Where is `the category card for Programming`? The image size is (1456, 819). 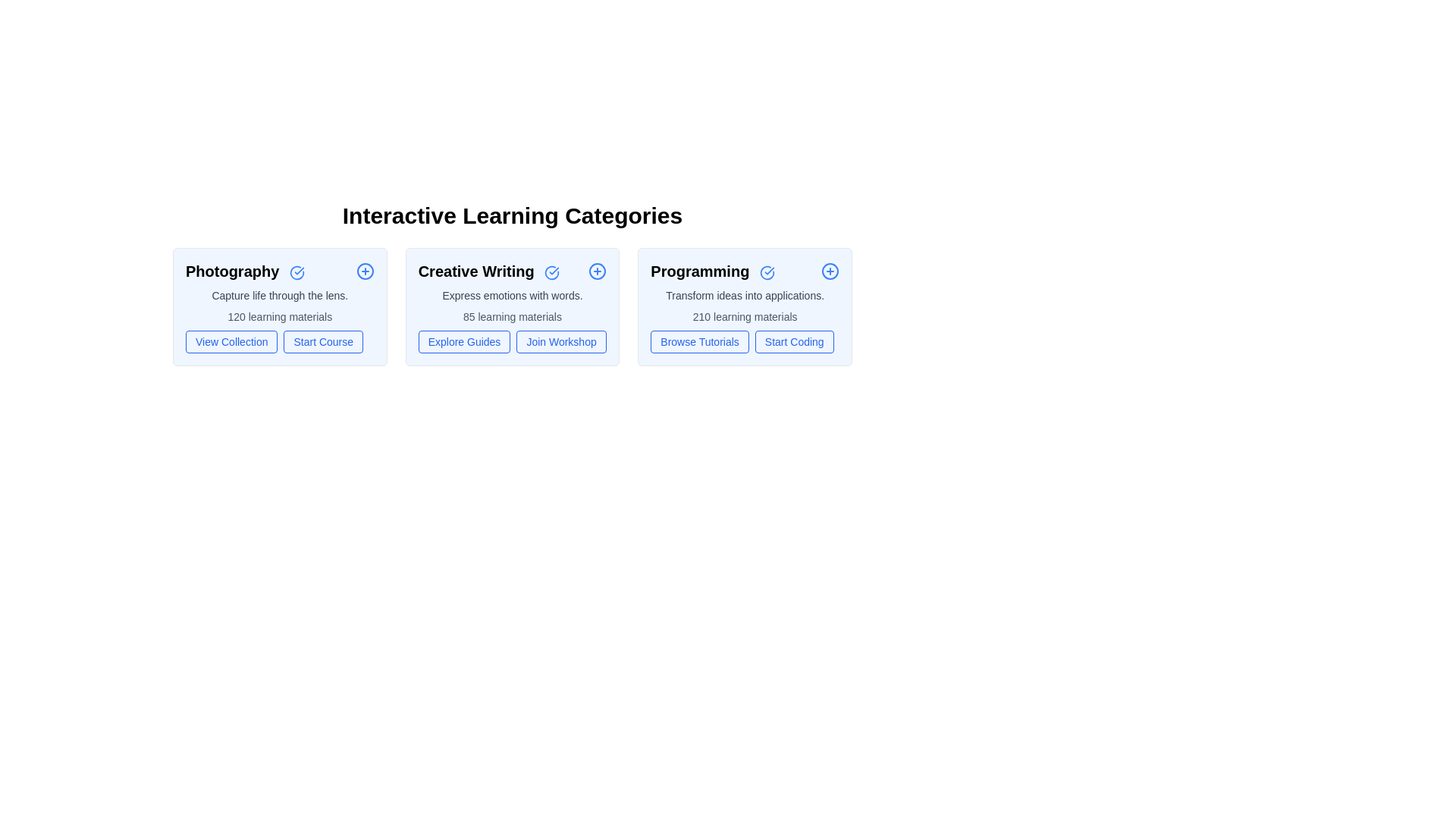 the category card for Programming is located at coordinates (745, 307).